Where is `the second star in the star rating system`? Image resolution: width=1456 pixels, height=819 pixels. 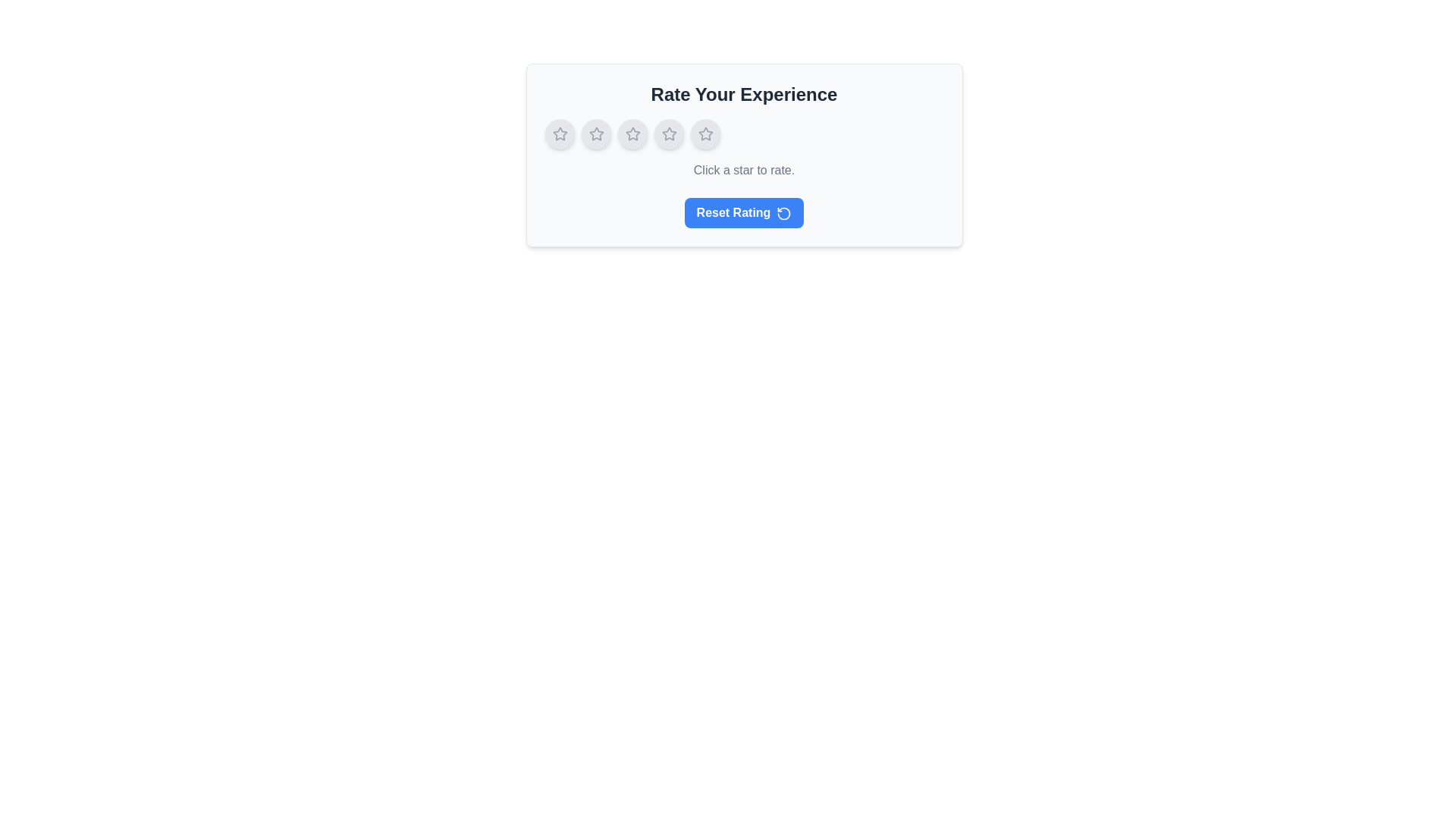
the second star in the star rating system is located at coordinates (632, 133).